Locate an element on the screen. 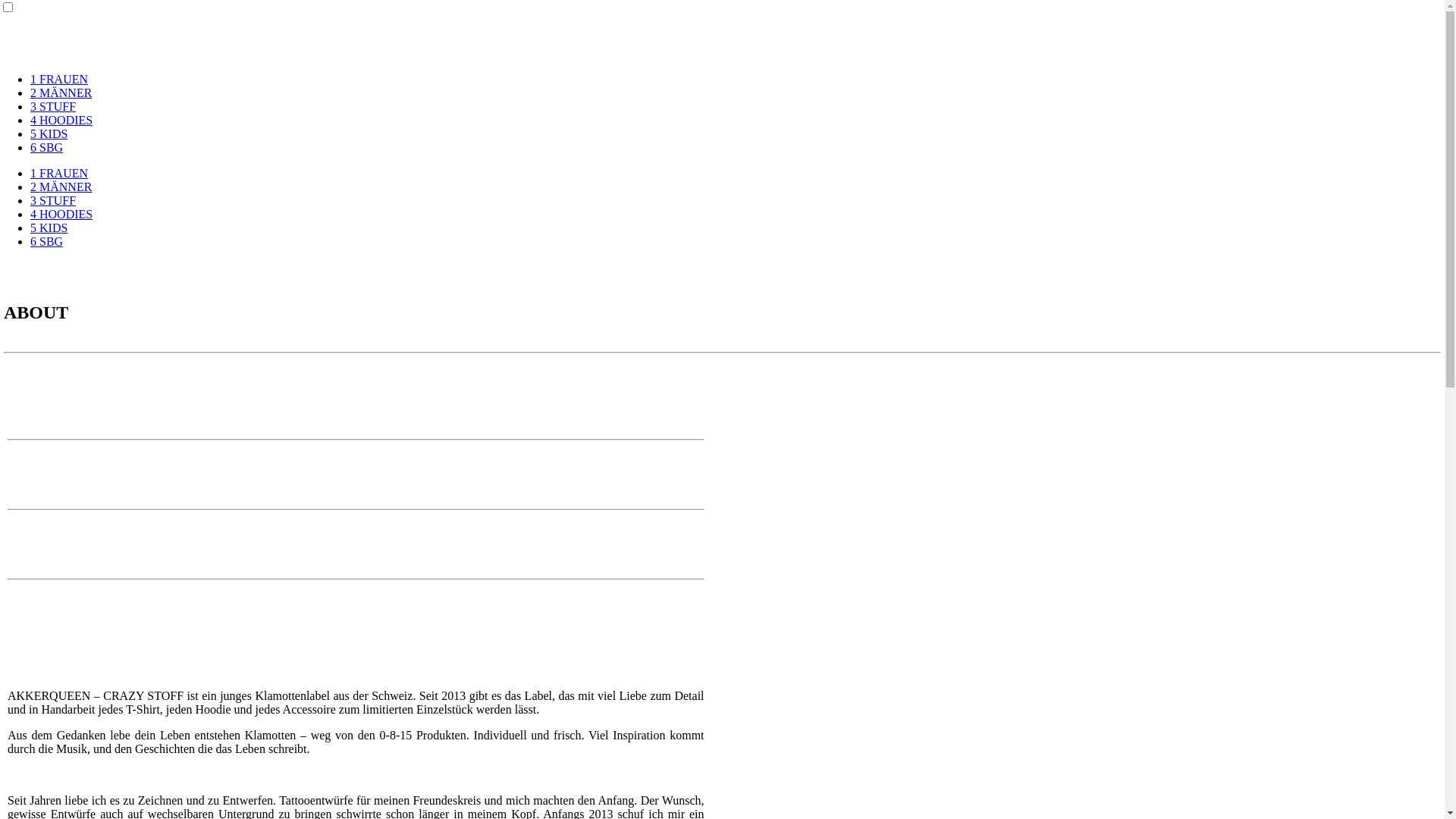  '1 FRAUEN' is located at coordinates (58, 172).